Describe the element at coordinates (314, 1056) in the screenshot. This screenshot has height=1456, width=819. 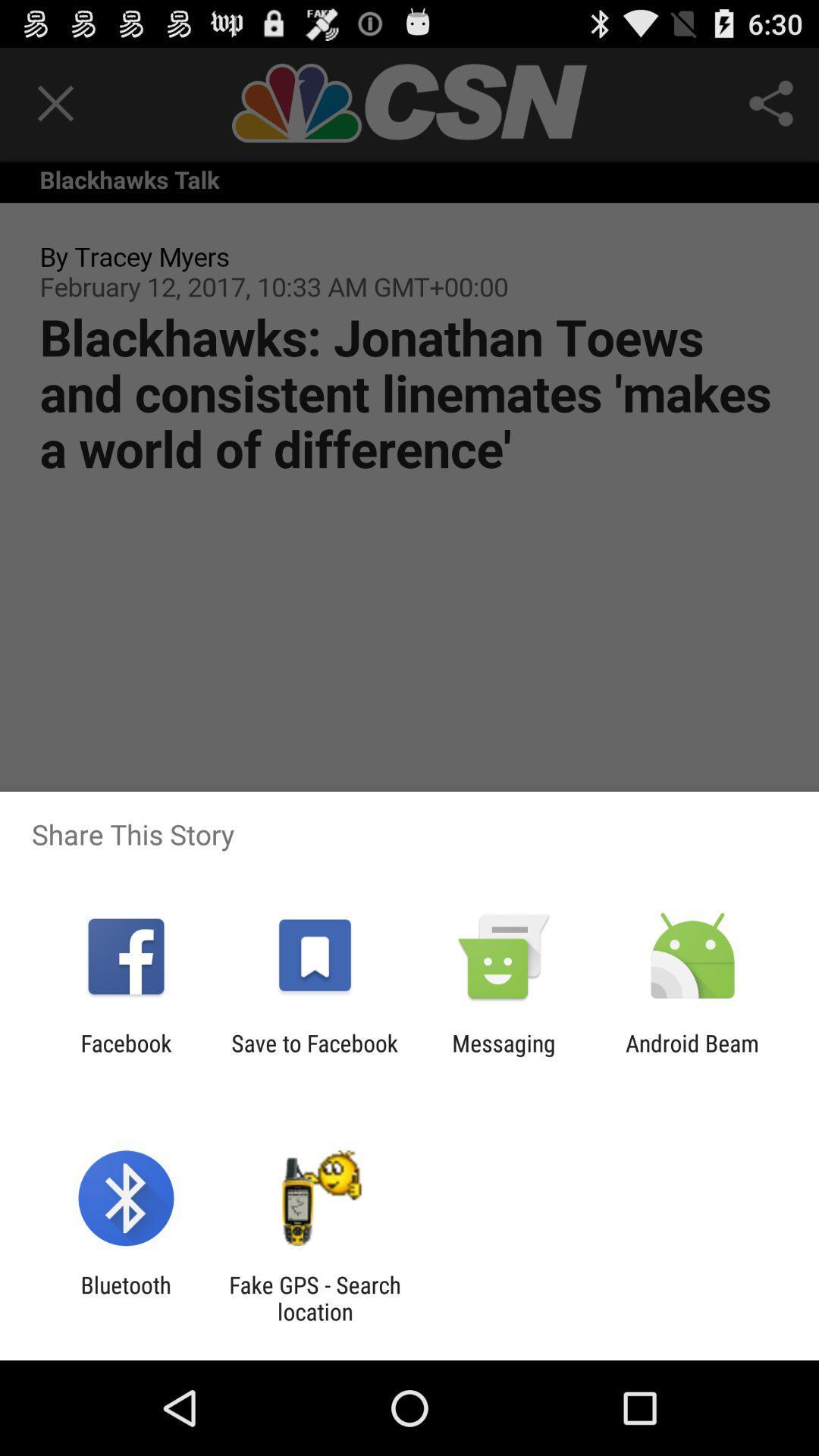
I see `save to facebook` at that location.